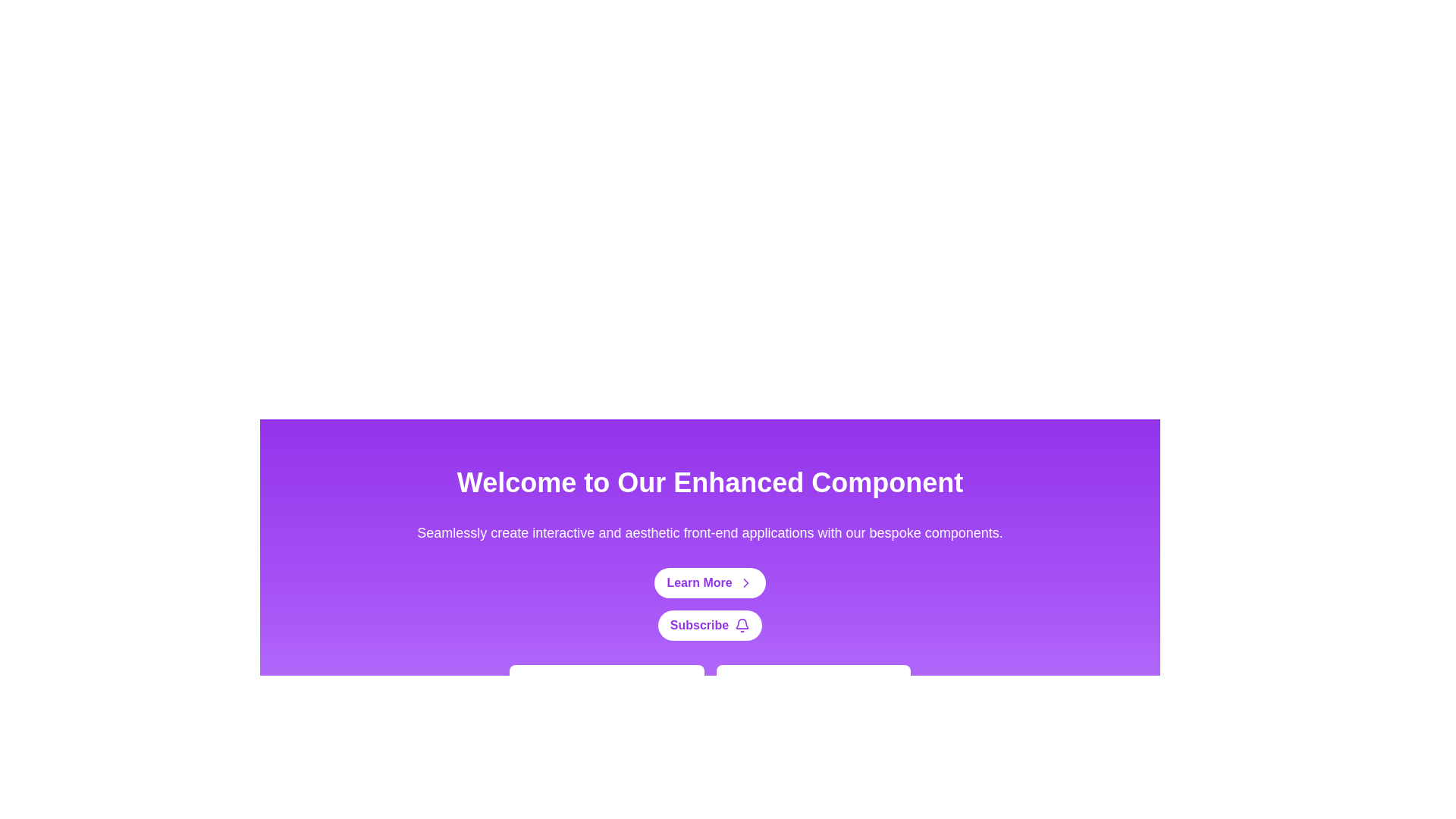 This screenshot has height=819, width=1456. I want to click on the small right-facing chevron icon with a purple outline located to the right of the 'Learn More' text within a button, so click(745, 582).